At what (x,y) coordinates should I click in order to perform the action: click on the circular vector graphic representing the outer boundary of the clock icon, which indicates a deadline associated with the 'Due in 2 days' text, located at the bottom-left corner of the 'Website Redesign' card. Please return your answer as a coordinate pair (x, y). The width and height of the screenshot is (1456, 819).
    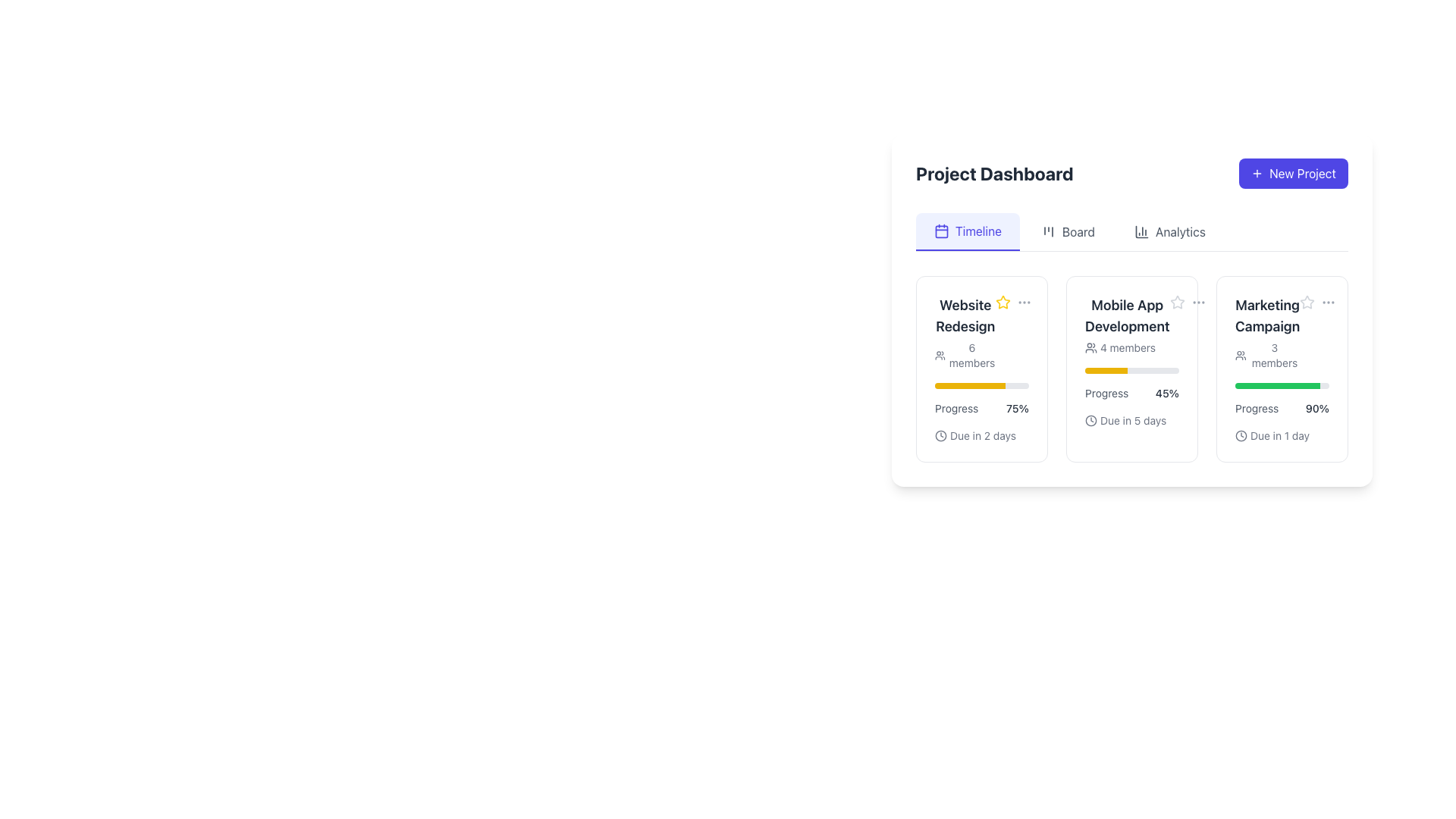
    Looking at the image, I should click on (1090, 421).